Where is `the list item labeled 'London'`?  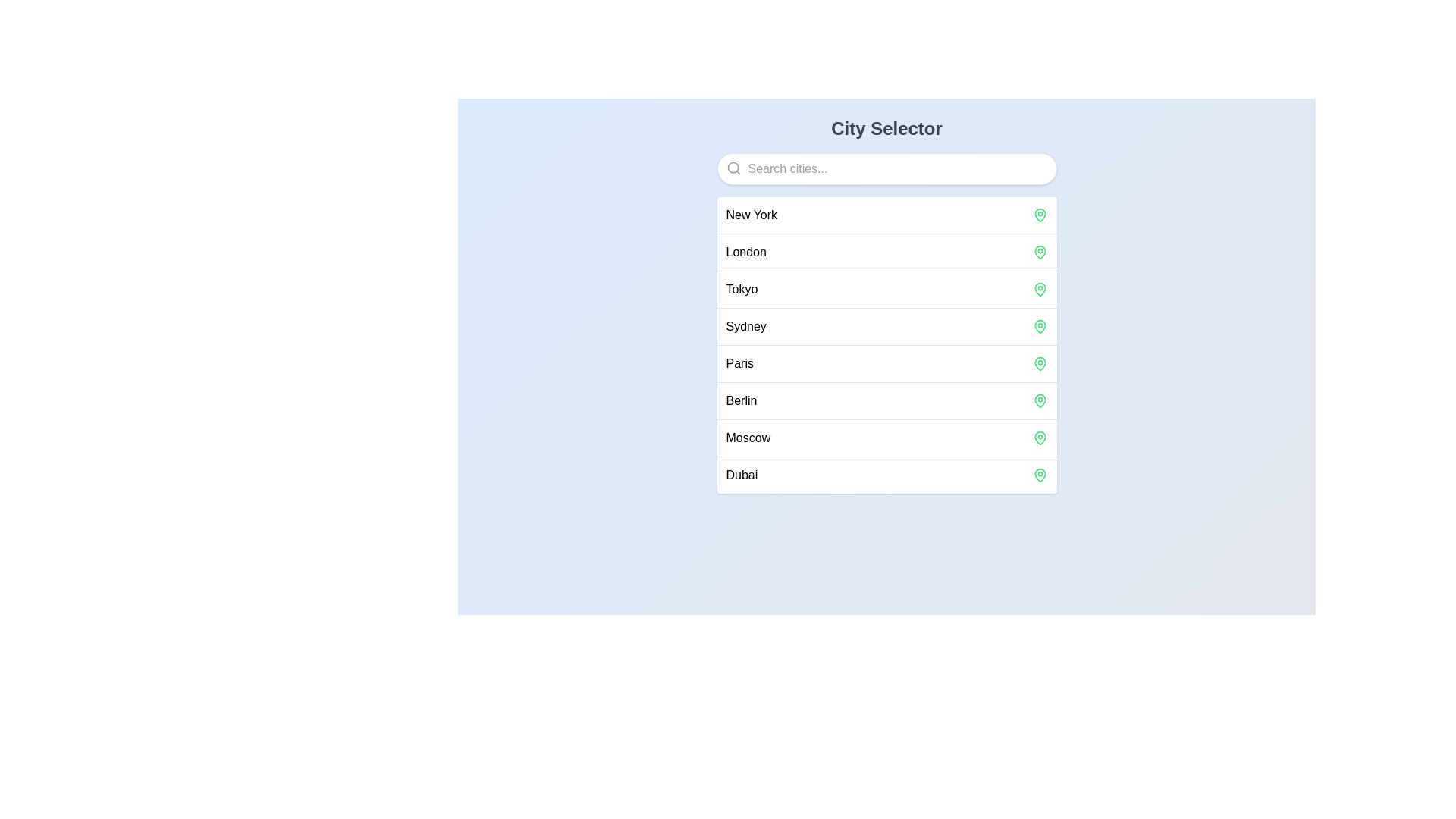 the list item labeled 'London' is located at coordinates (886, 251).